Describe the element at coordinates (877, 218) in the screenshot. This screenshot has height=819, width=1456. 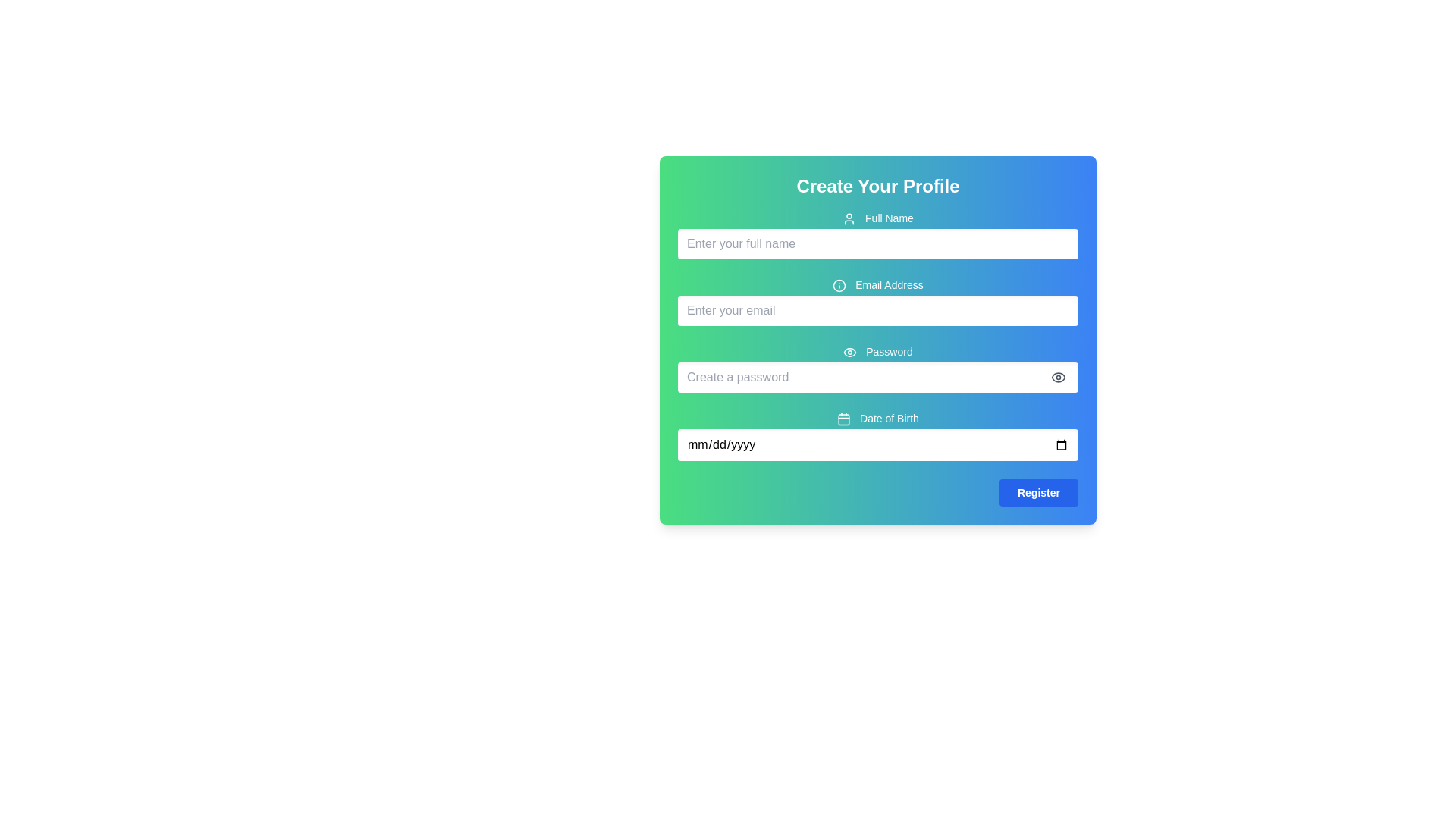
I see `the descriptive label for the input field guiding the user to enter their full name, which is located near the top of the form` at that location.